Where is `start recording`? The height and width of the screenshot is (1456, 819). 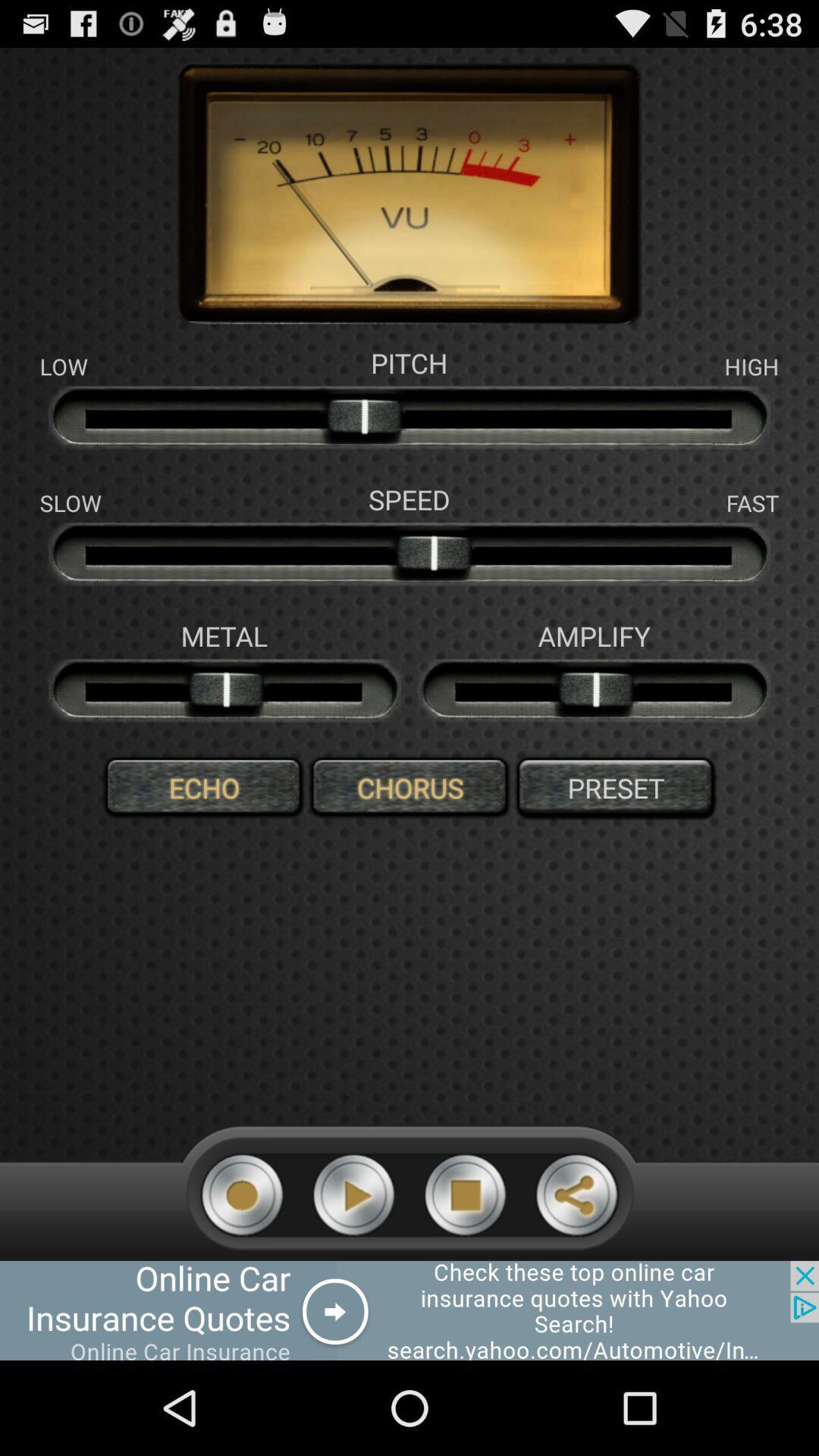 start recording is located at coordinates (241, 1194).